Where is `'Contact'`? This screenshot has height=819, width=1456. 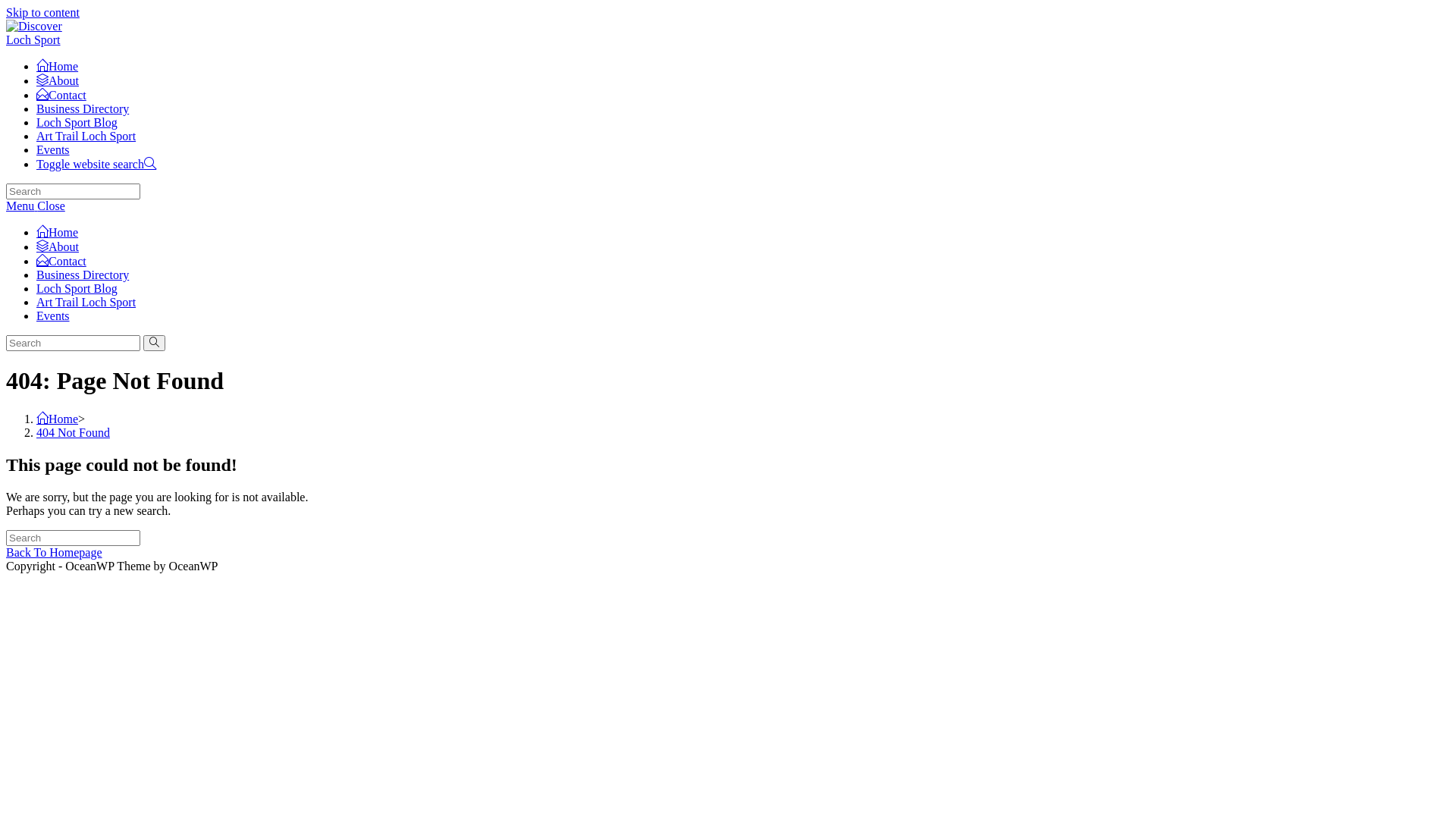 'Contact' is located at coordinates (36, 260).